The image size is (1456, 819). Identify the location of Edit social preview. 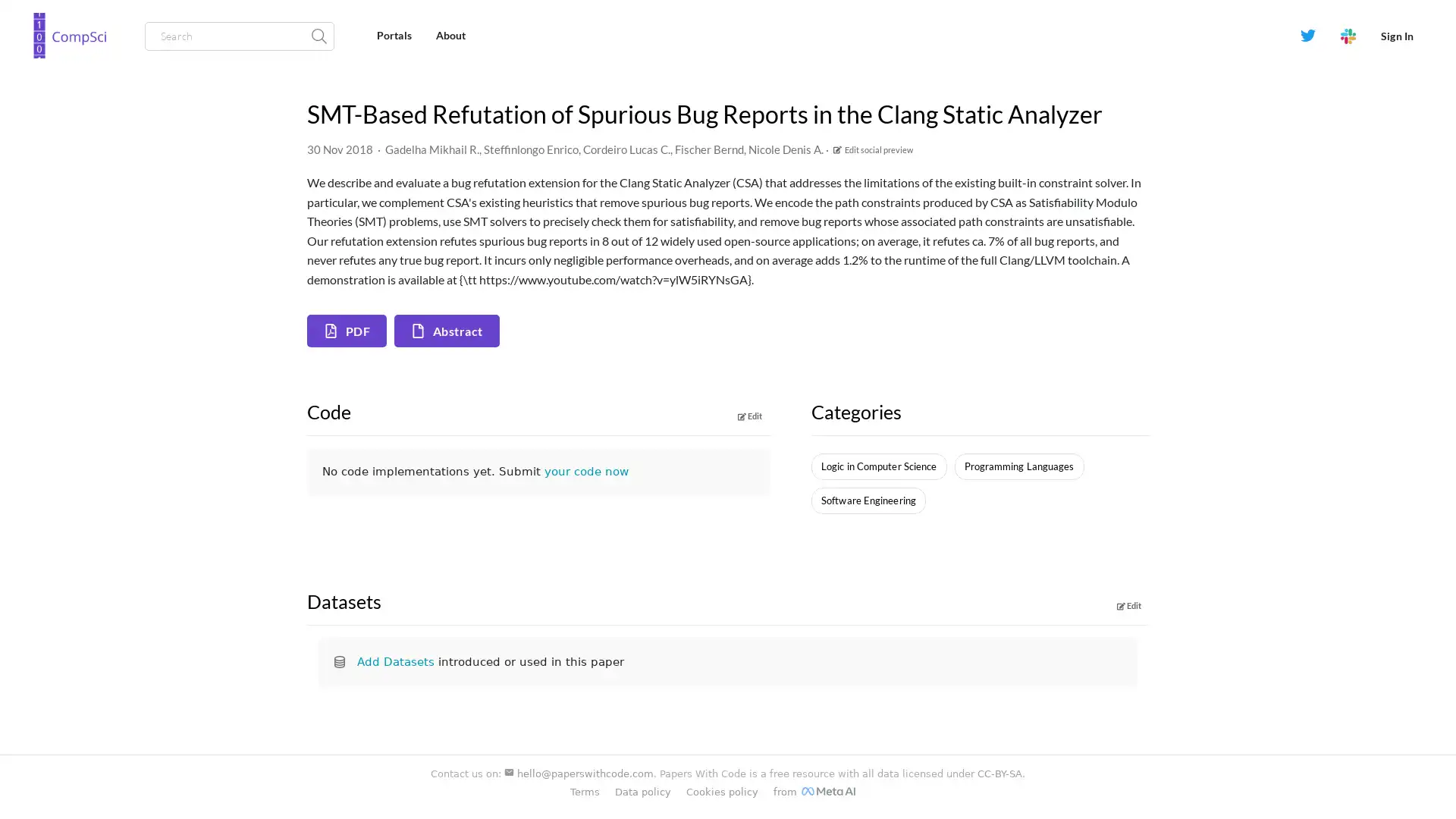
(872, 150).